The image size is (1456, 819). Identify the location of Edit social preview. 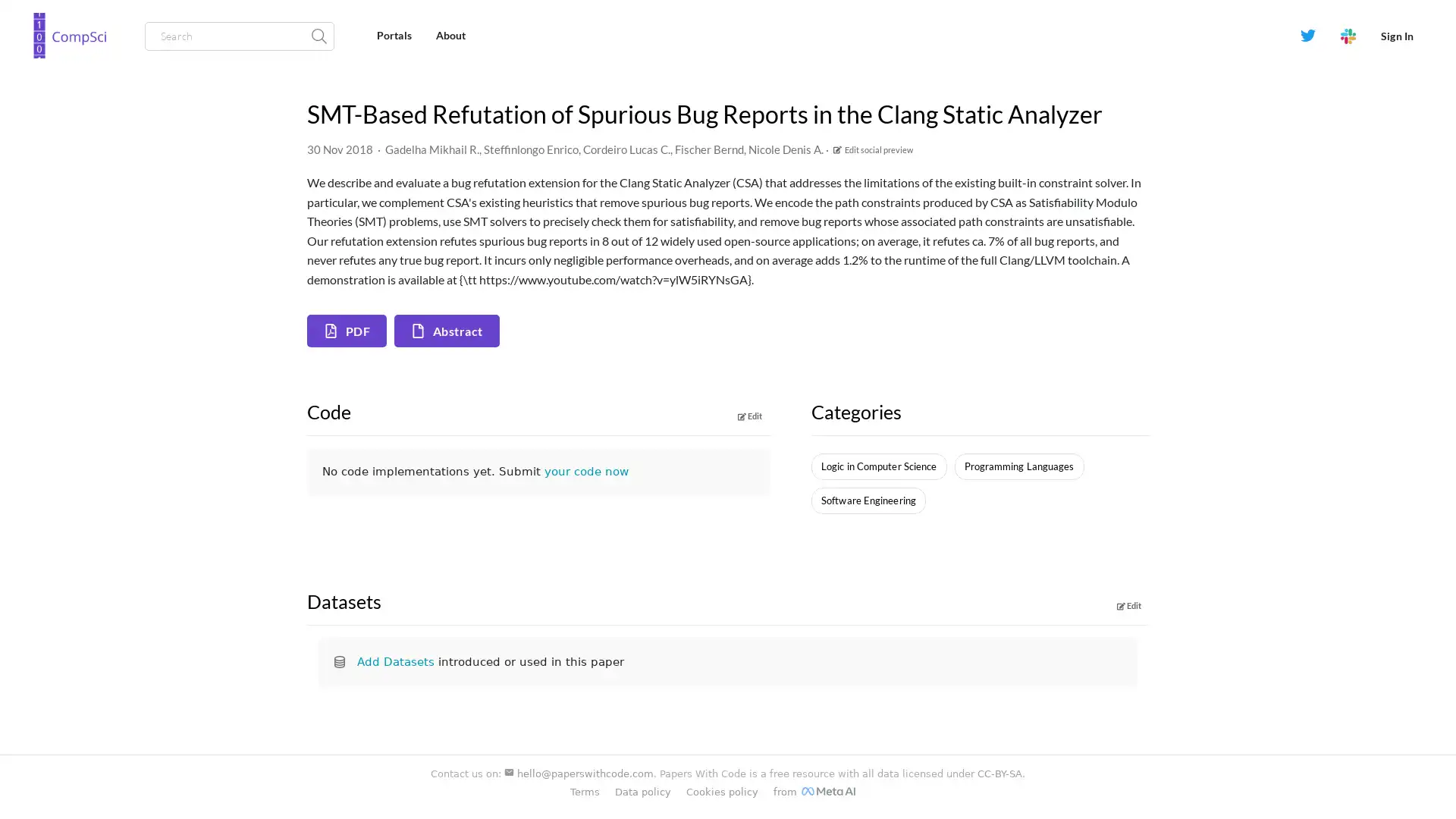
(872, 150).